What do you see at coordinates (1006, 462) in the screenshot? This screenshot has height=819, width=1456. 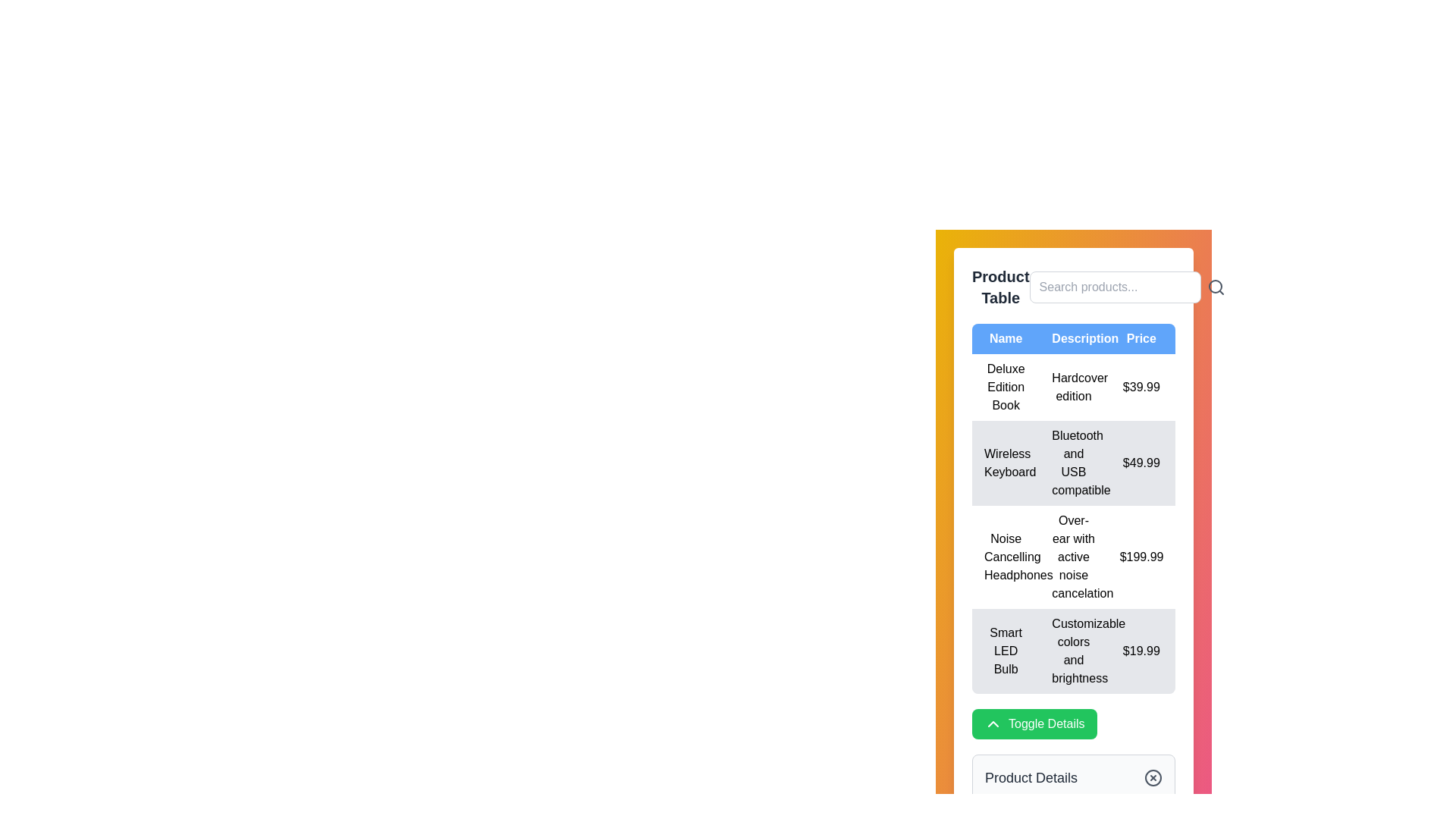 I see `the Text Label displaying 'Wireless Keyboard', which is styled in a sans-serif font on a light gray background and is located in the 'Name' column of the 'Product Table'` at bounding box center [1006, 462].